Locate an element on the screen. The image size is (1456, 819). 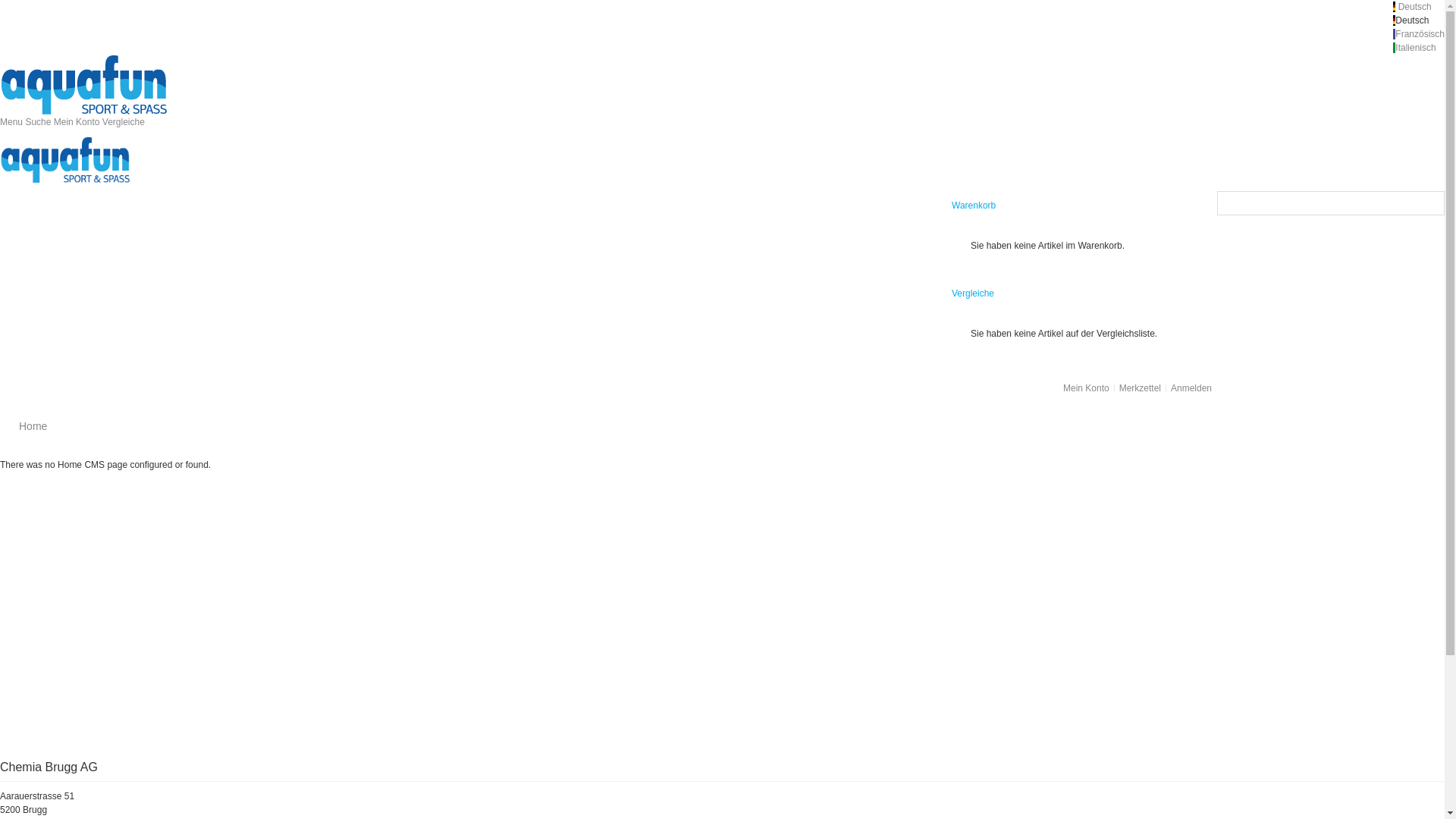
'Warenkorb  ' is located at coordinates (976, 205).